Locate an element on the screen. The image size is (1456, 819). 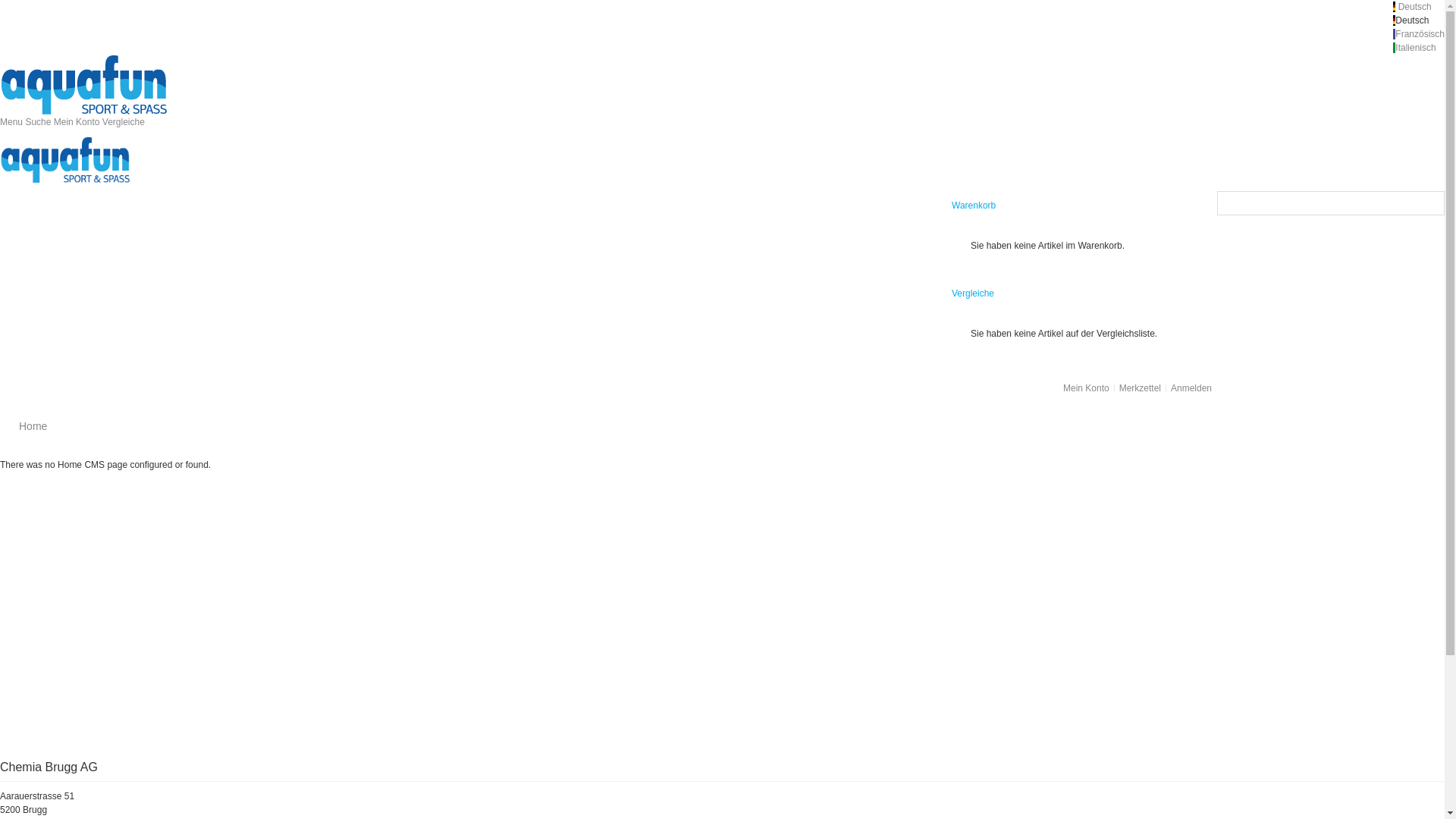
'Warenkorb  ' is located at coordinates (976, 205).